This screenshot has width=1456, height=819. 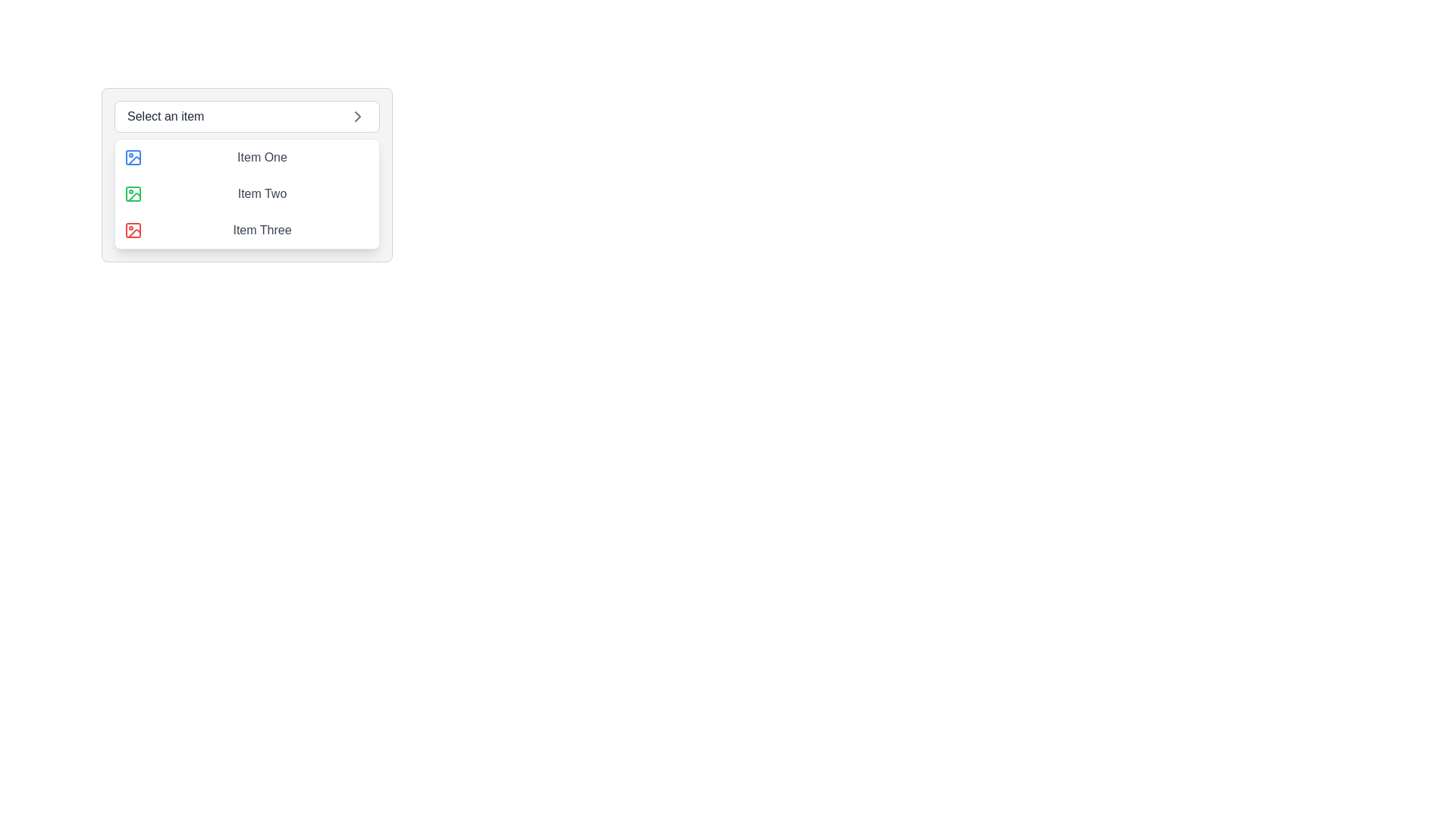 I want to click on the text label displaying 'Item One' in the dropdown menu, so click(x=262, y=158).